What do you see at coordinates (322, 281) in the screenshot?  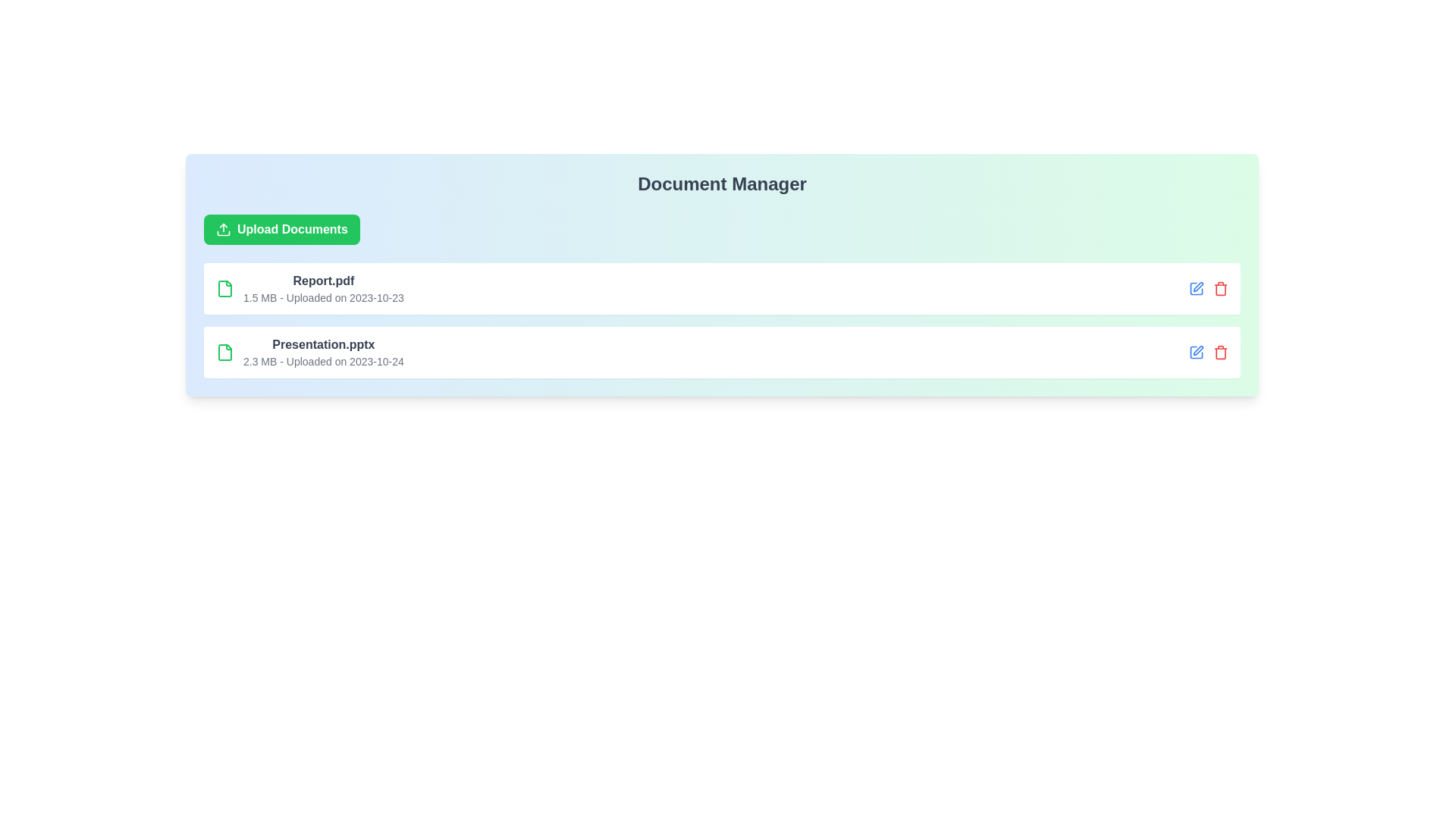 I see `the text label 'Report.pdf', which is displayed in bold and darker gray font, positioned at the top-left corner of its card-like structure, above the metadata details` at bounding box center [322, 281].